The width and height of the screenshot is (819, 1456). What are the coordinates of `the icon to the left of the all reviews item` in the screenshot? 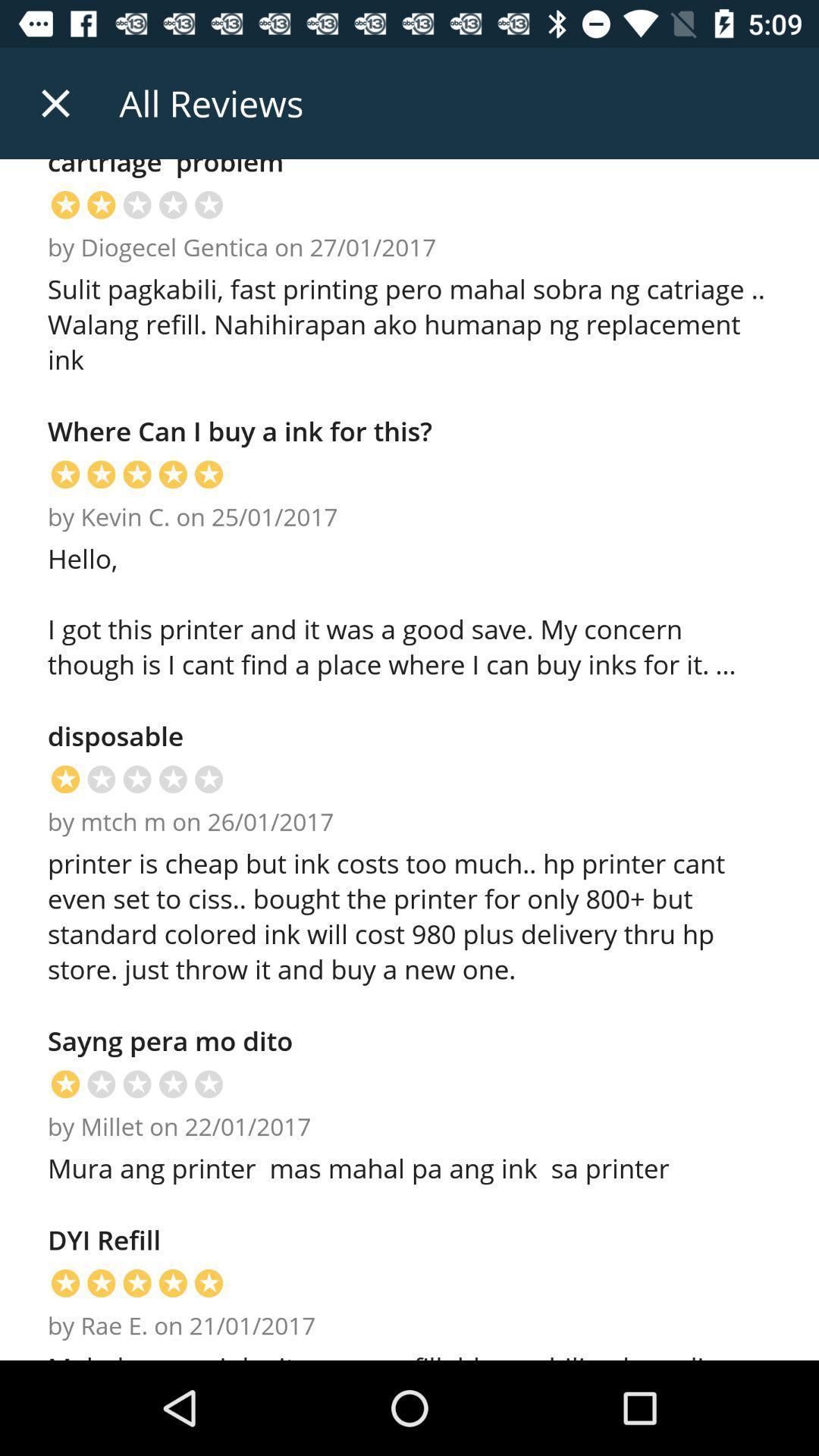 It's located at (55, 102).